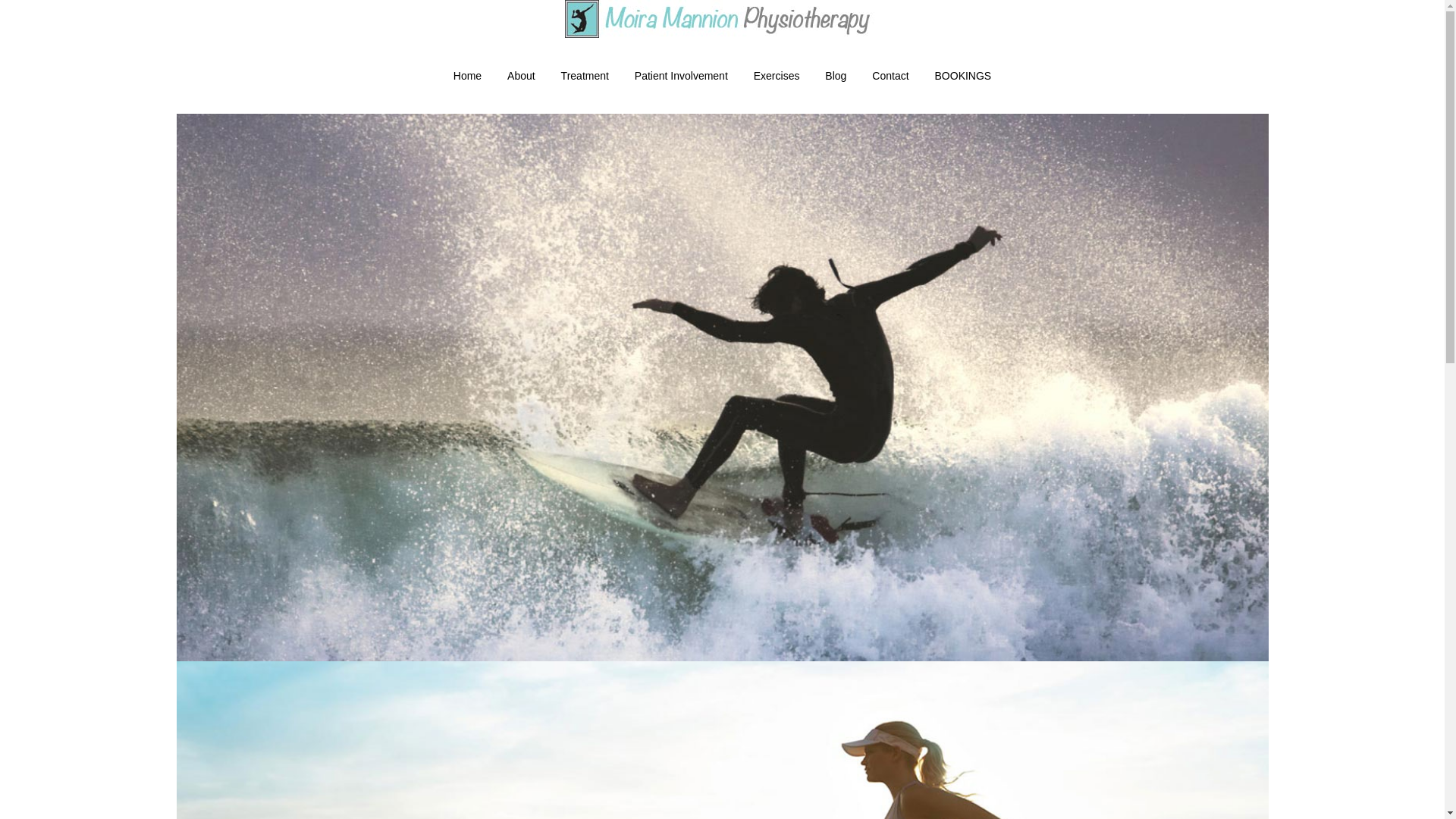 The height and width of the screenshot is (819, 1456). I want to click on 'Blog', so click(835, 76).